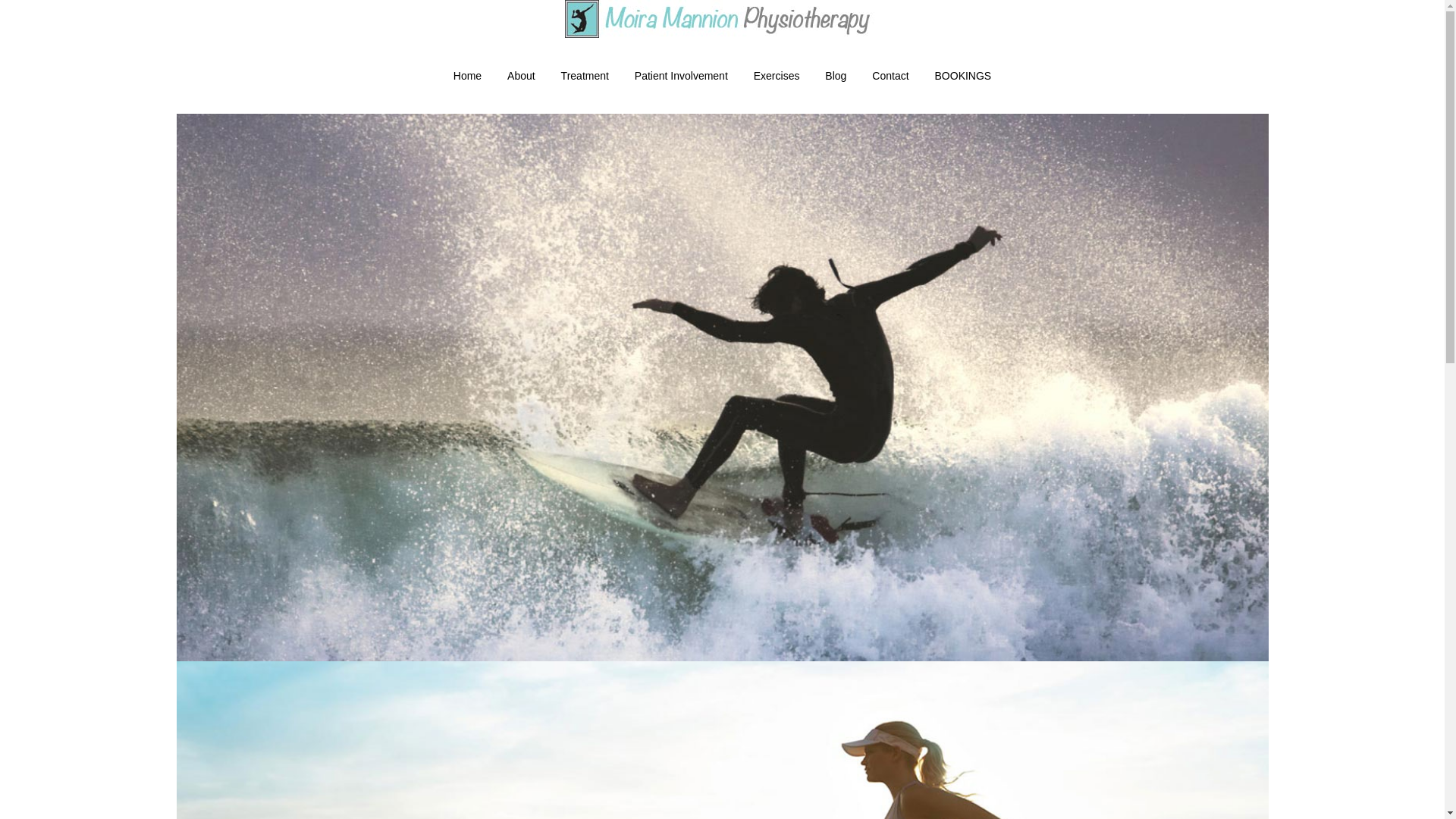 The height and width of the screenshot is (819, 1456). I want to click on 'Blog', so click(835, 76).